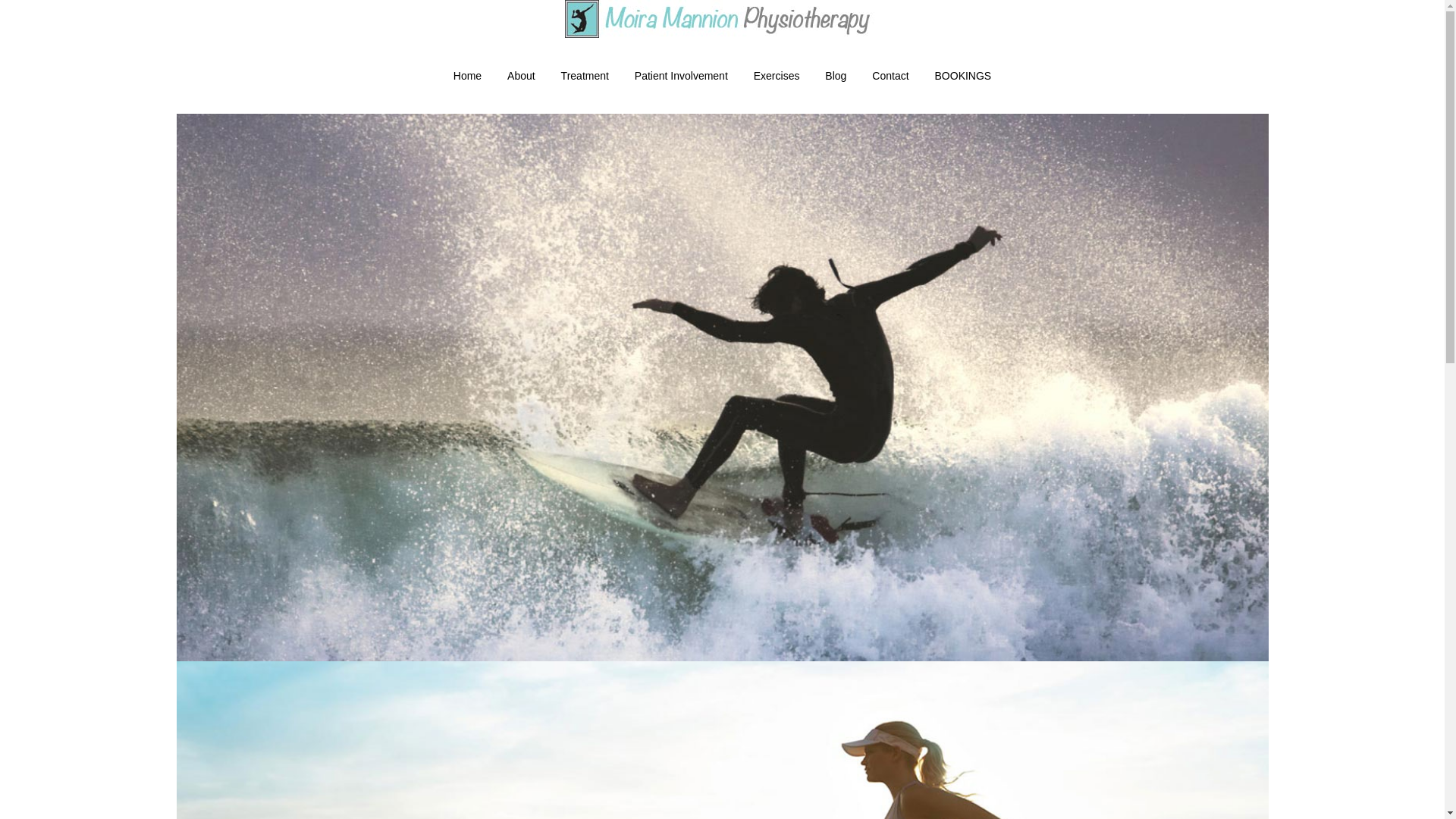 The height and width of the screenshot is (819, 1456). I want to click on 'Blog', so click(835, 76).